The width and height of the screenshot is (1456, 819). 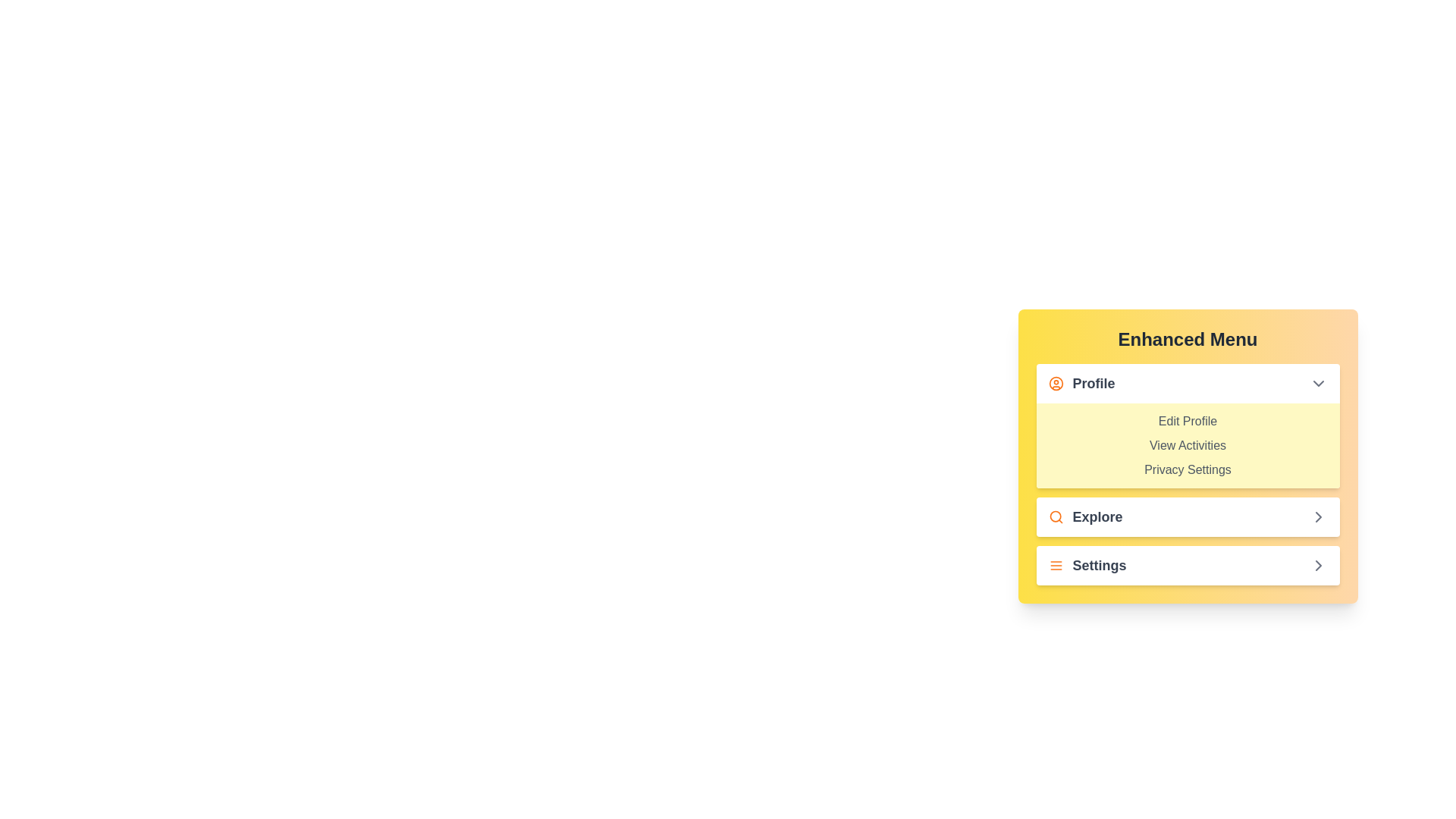 What do you see at coordinates (1187, 485) in the screenshot?
I see `to select an option from the dropdown menu options list under 'Profile' in the yellow 'Enhanced Menu' card, which includes 'Edit Profile', 'View Activities', and 'Privacy Settings'` at bounding box center [1187, 485].